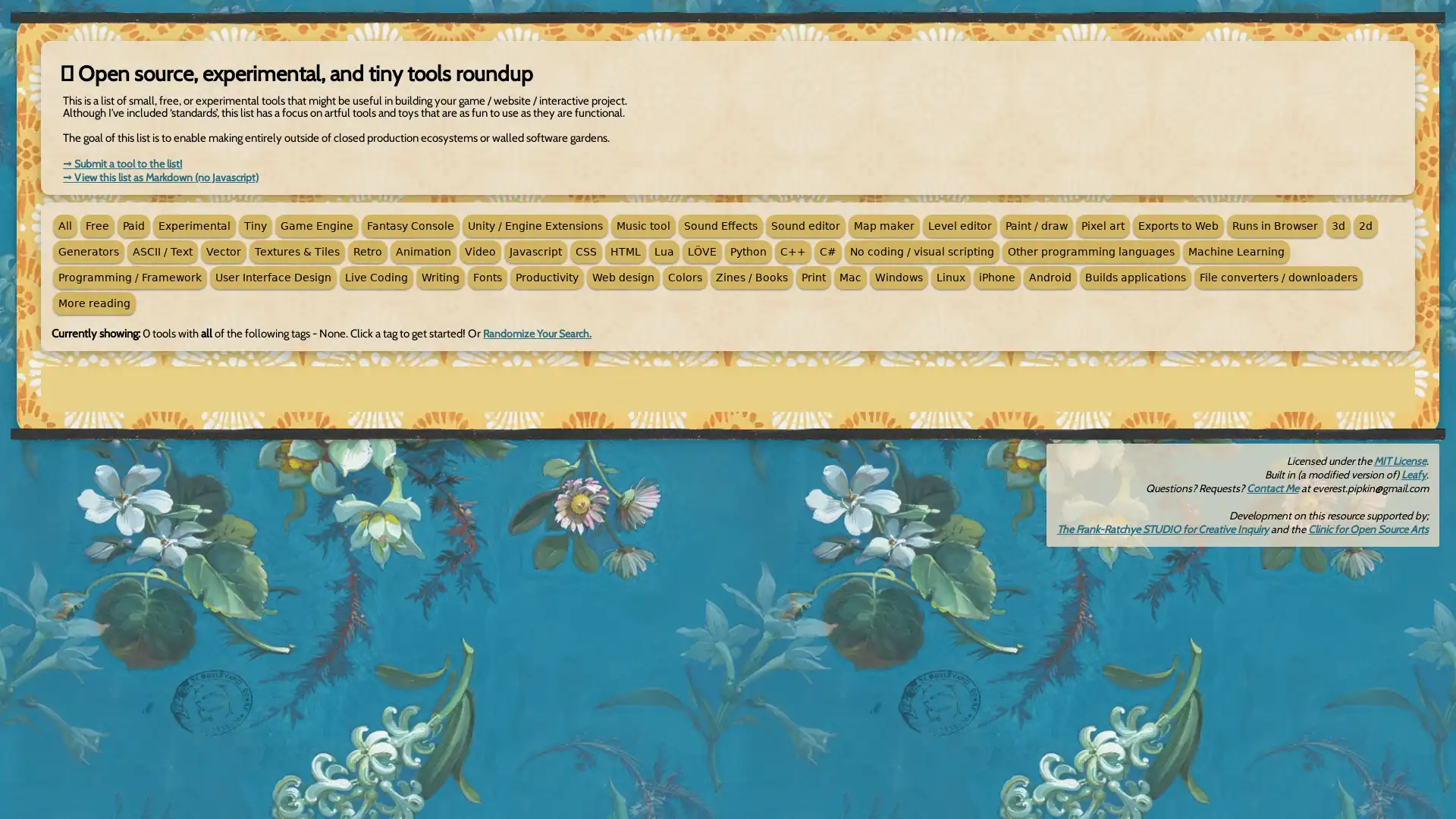  I want to click on Builds applications, so click(1135, 278).